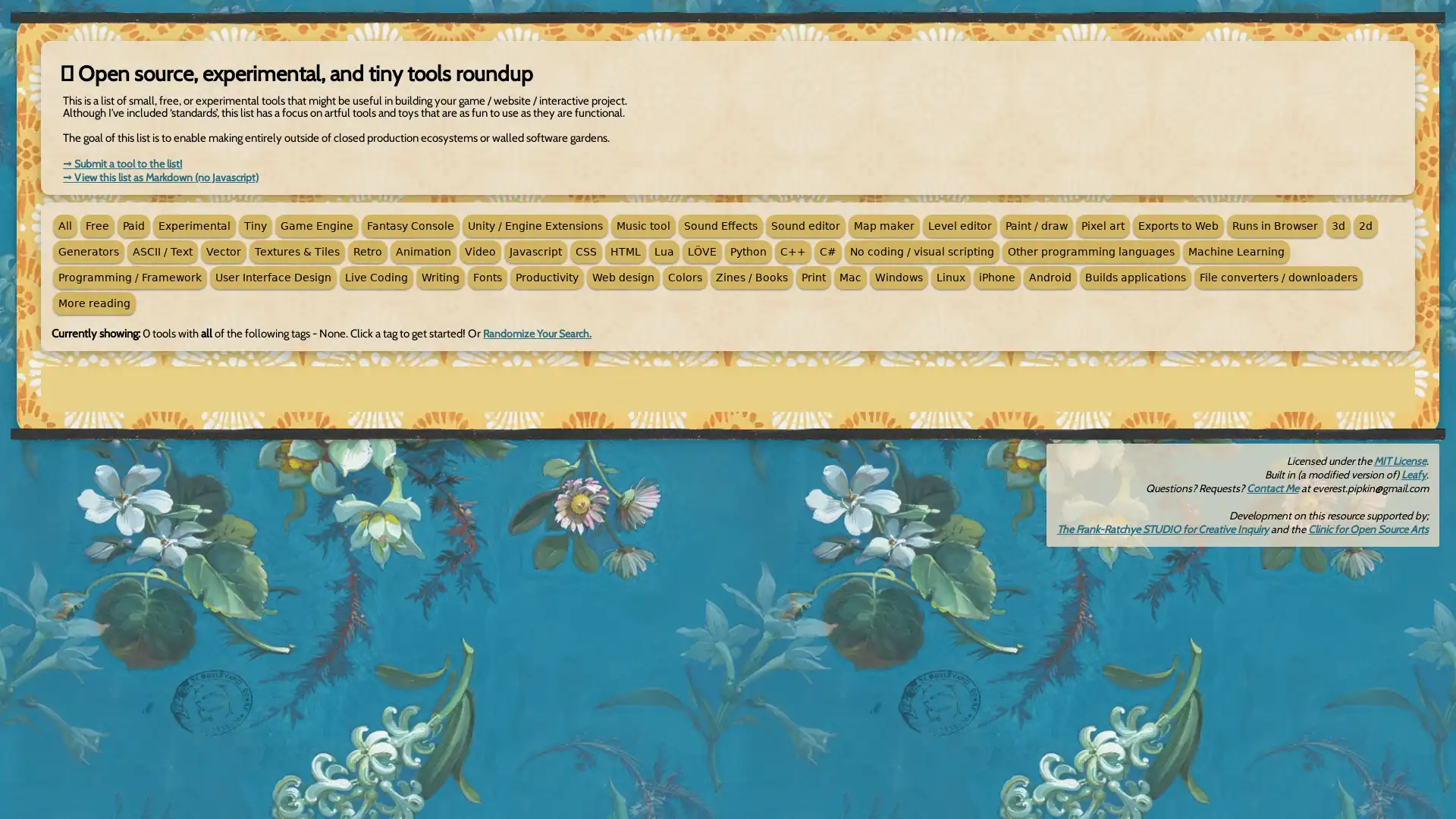  I want to click on Builds applications, so click(1135, 278).